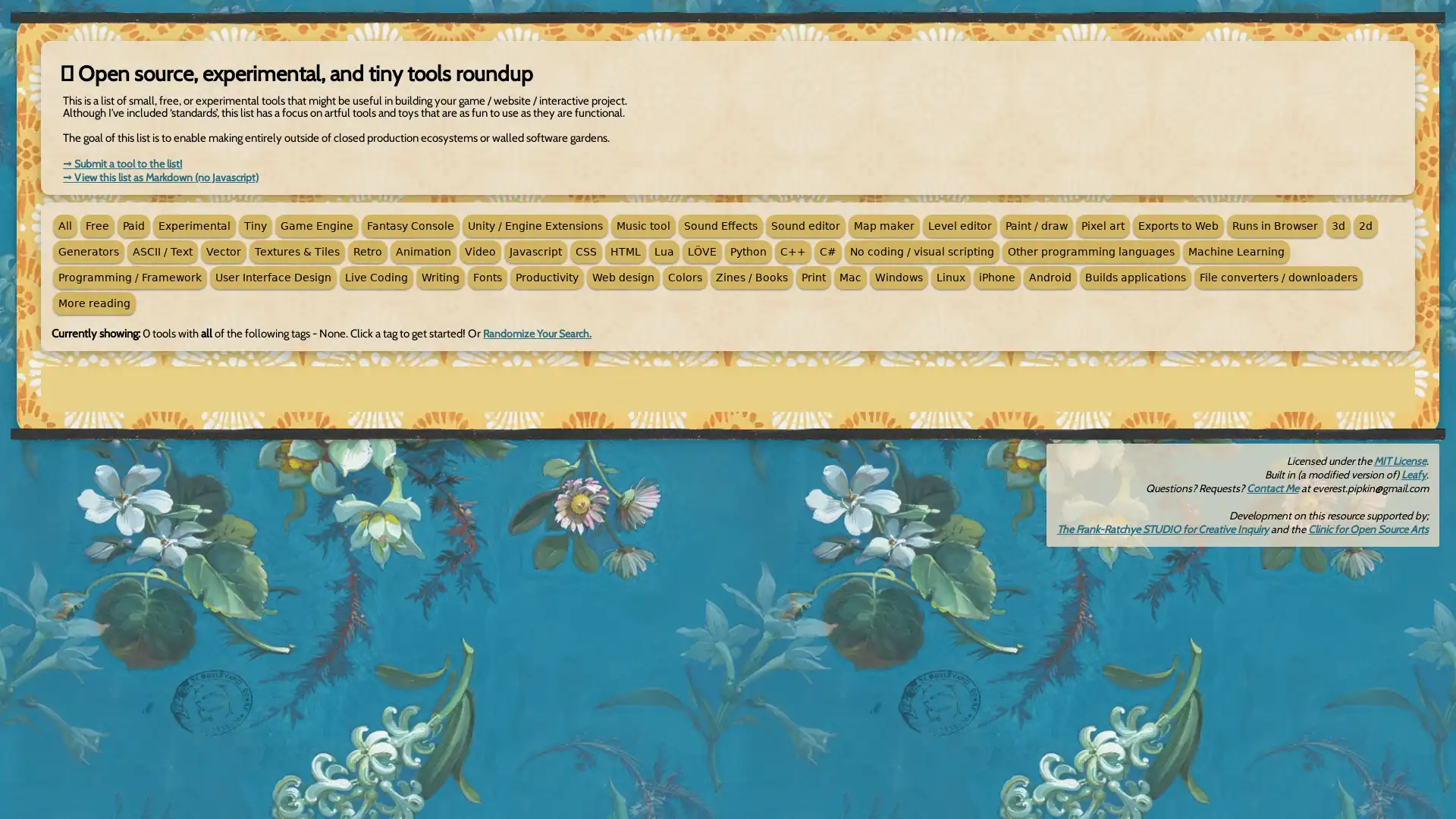  I want to click on Builds applications, so click(1135, 278).